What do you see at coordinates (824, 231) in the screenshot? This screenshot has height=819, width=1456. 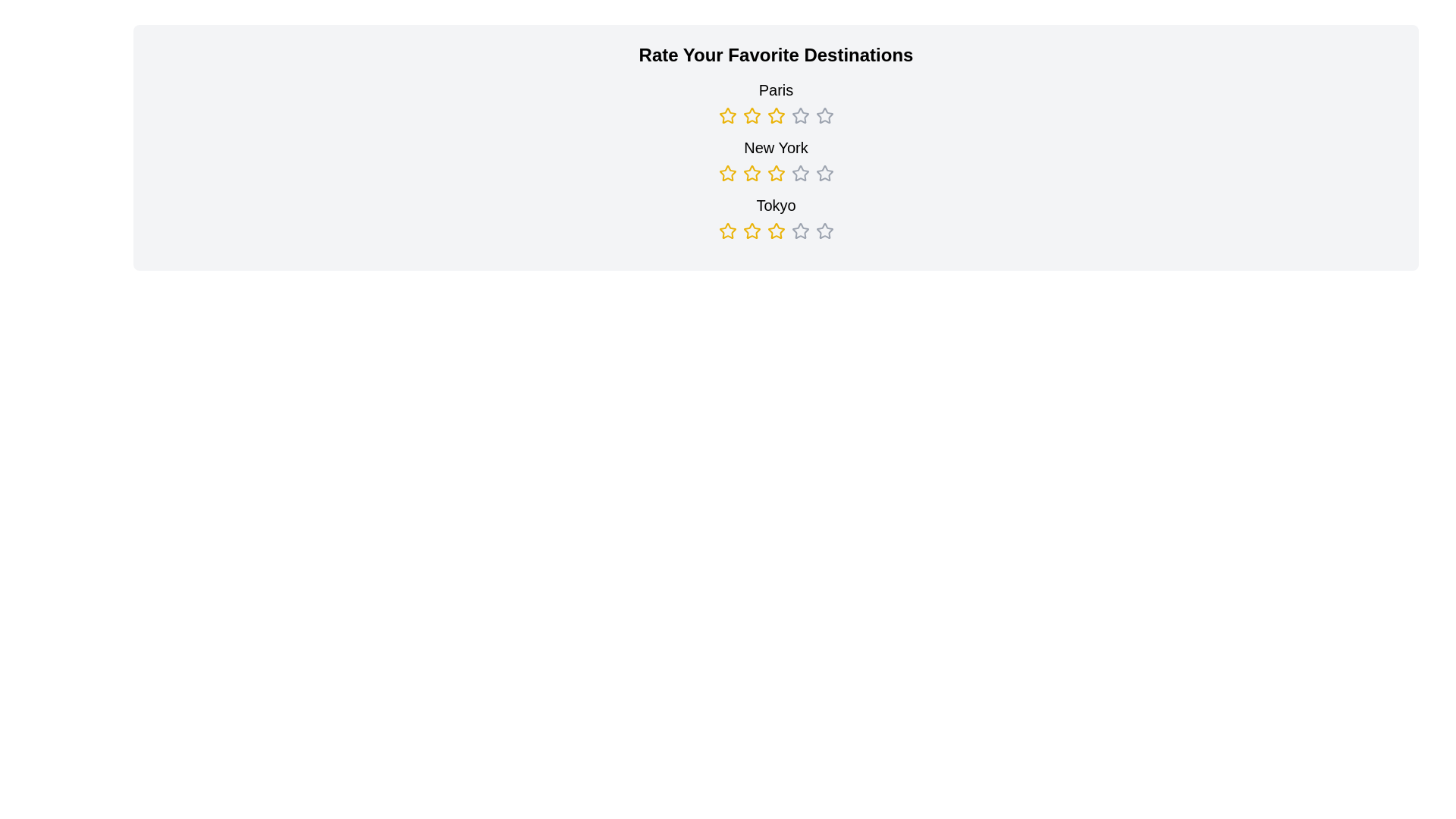 I see `the fifth rating star icon located under the label 'Tokyo'` at bounding box center [824, 231].